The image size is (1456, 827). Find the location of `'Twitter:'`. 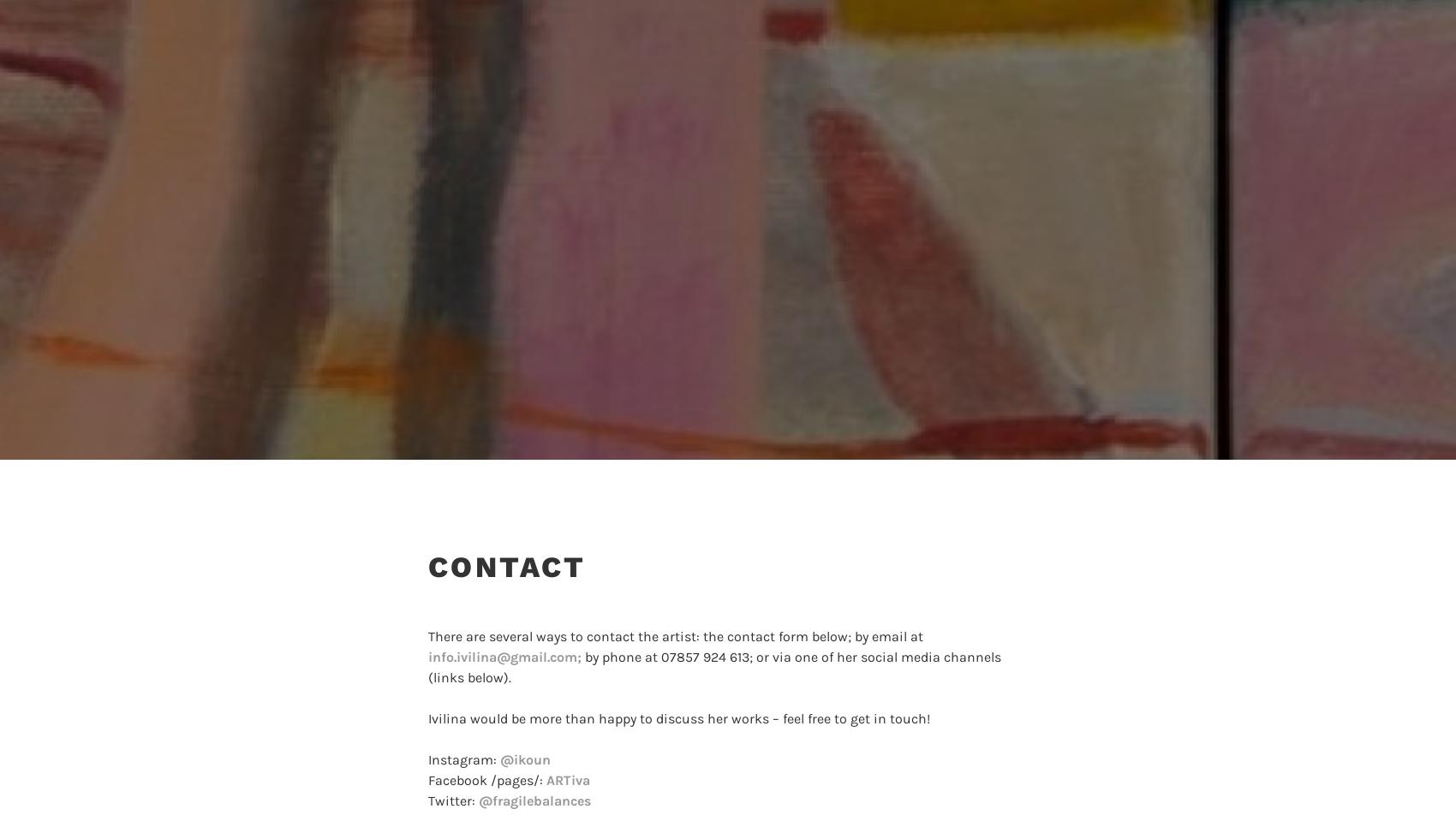

'Twitter:' is located at coordinates (453, 800).